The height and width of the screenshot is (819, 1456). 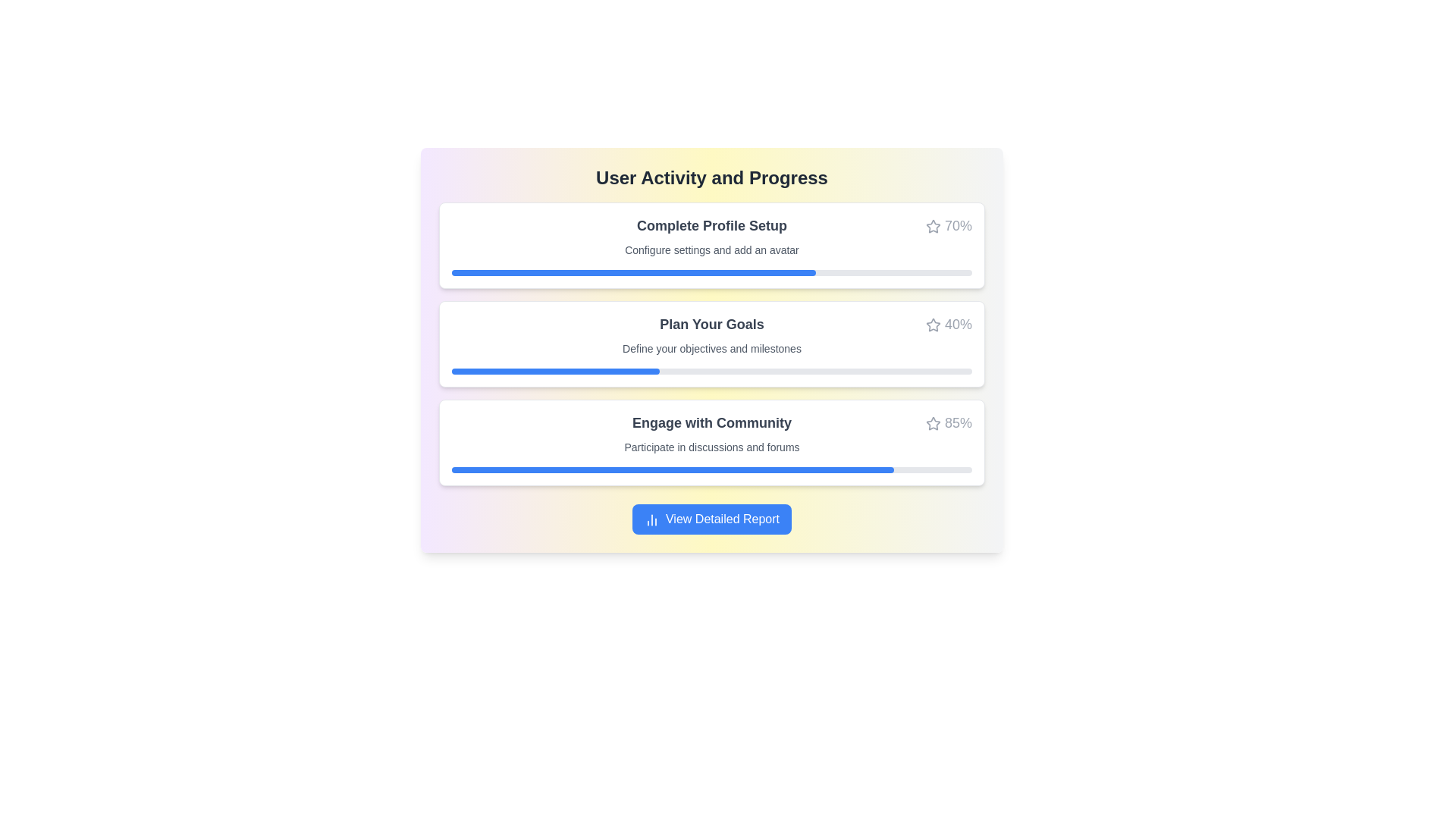 I want to click on the icon that represents the rating or favorite feature in the third row of the progress area labeled 'Engage with Community', located to the right of the percentage indicator (85%), so click(x=932, y=424).